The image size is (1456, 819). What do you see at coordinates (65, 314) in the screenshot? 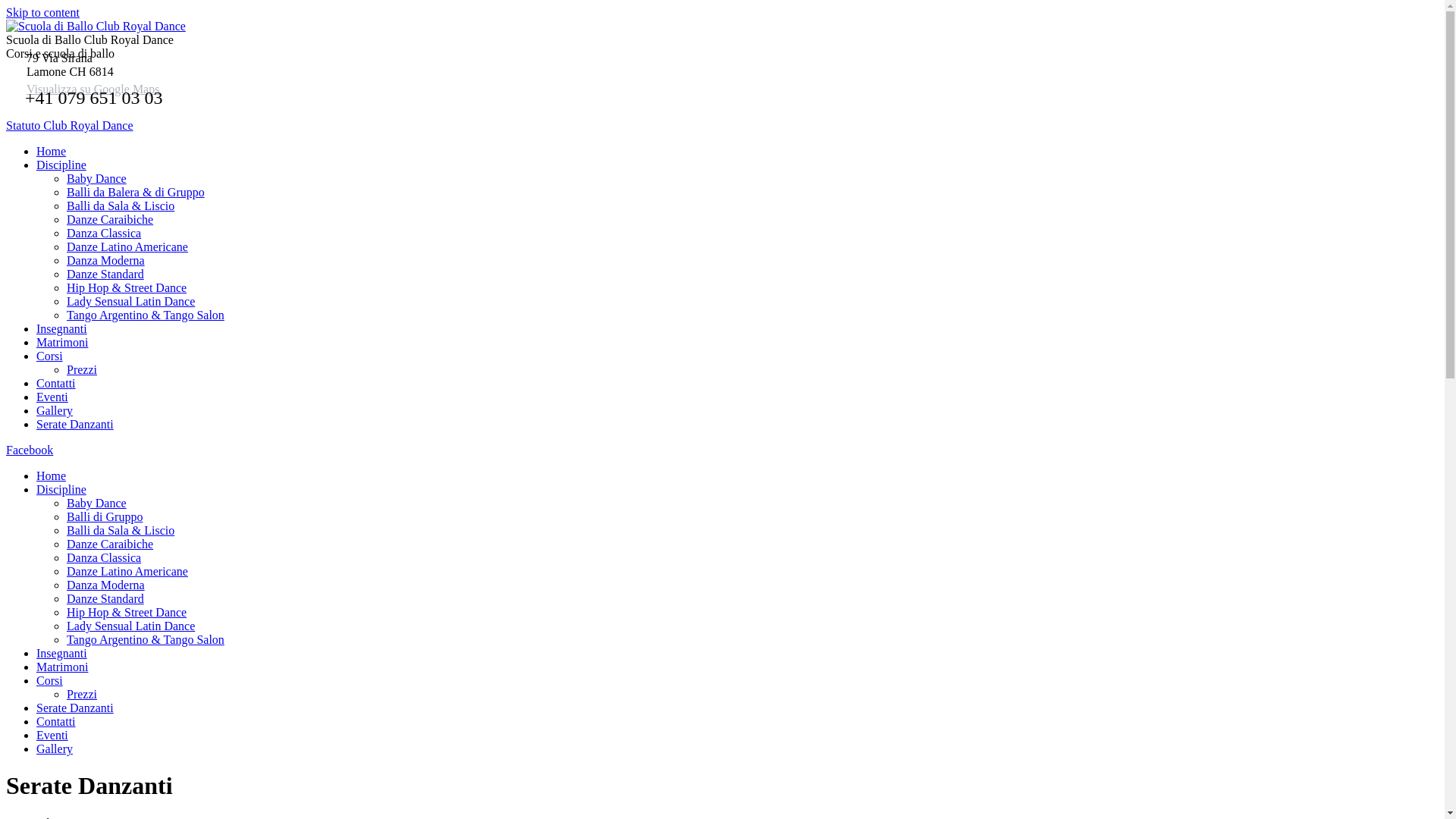
I see `'Tango Argentino & Tango Salon'` at bounding box center [65, 314].